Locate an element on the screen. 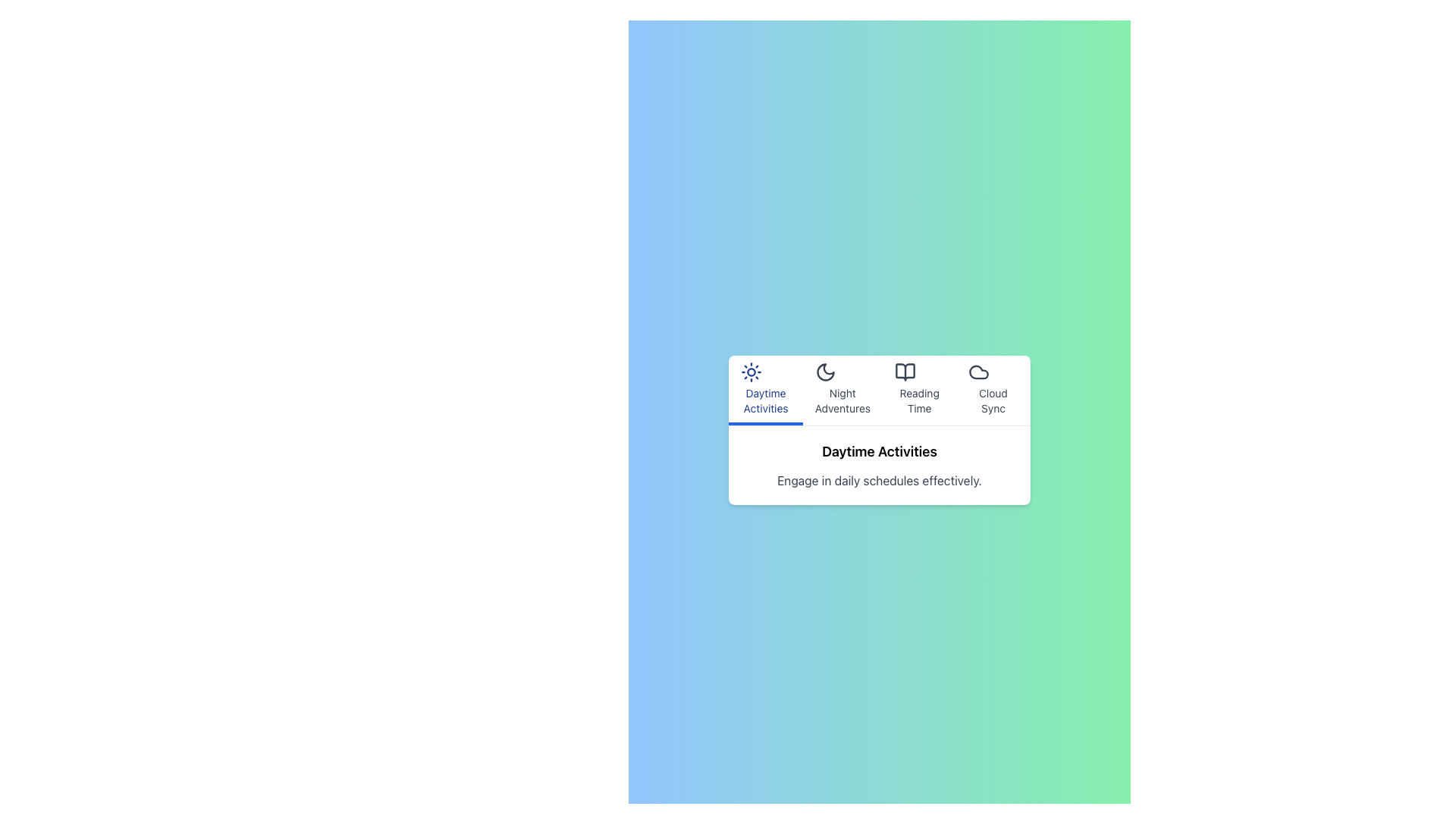  the Navigation Tab for 'Cloud Sync' using keyboard navigation is located at coordinates (993, 389).